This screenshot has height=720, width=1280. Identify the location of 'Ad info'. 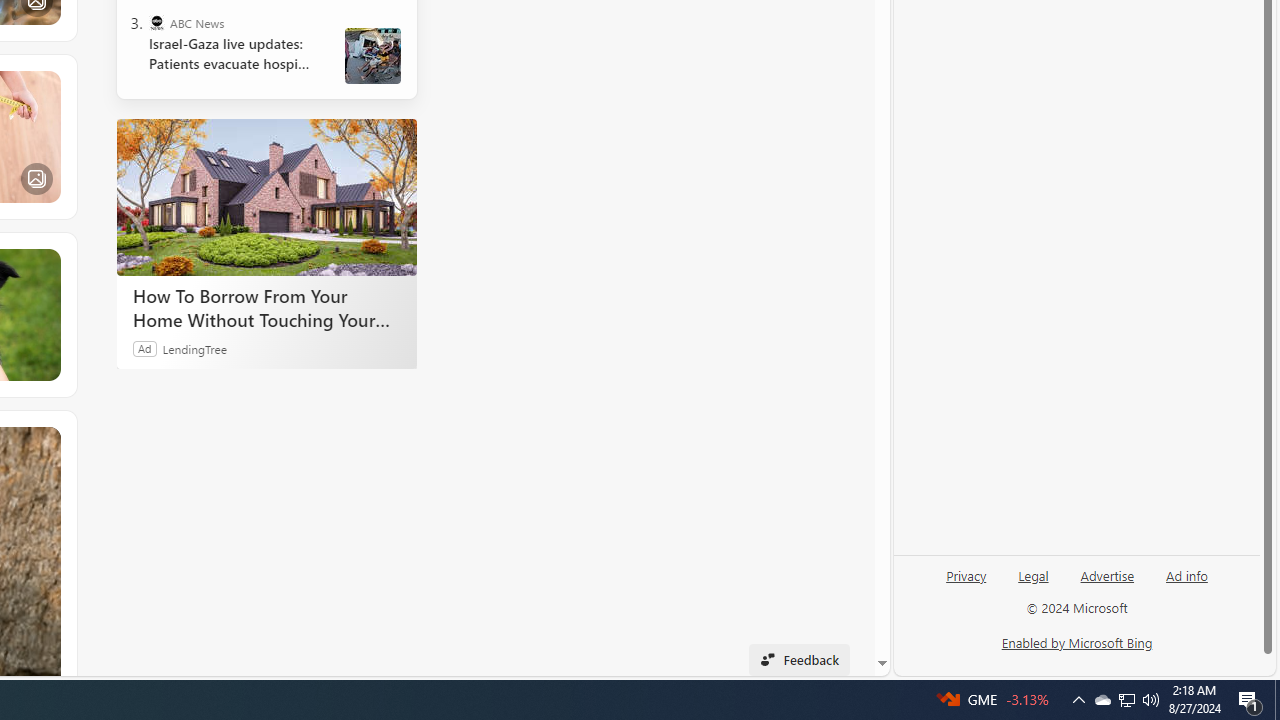
(1187, 574).